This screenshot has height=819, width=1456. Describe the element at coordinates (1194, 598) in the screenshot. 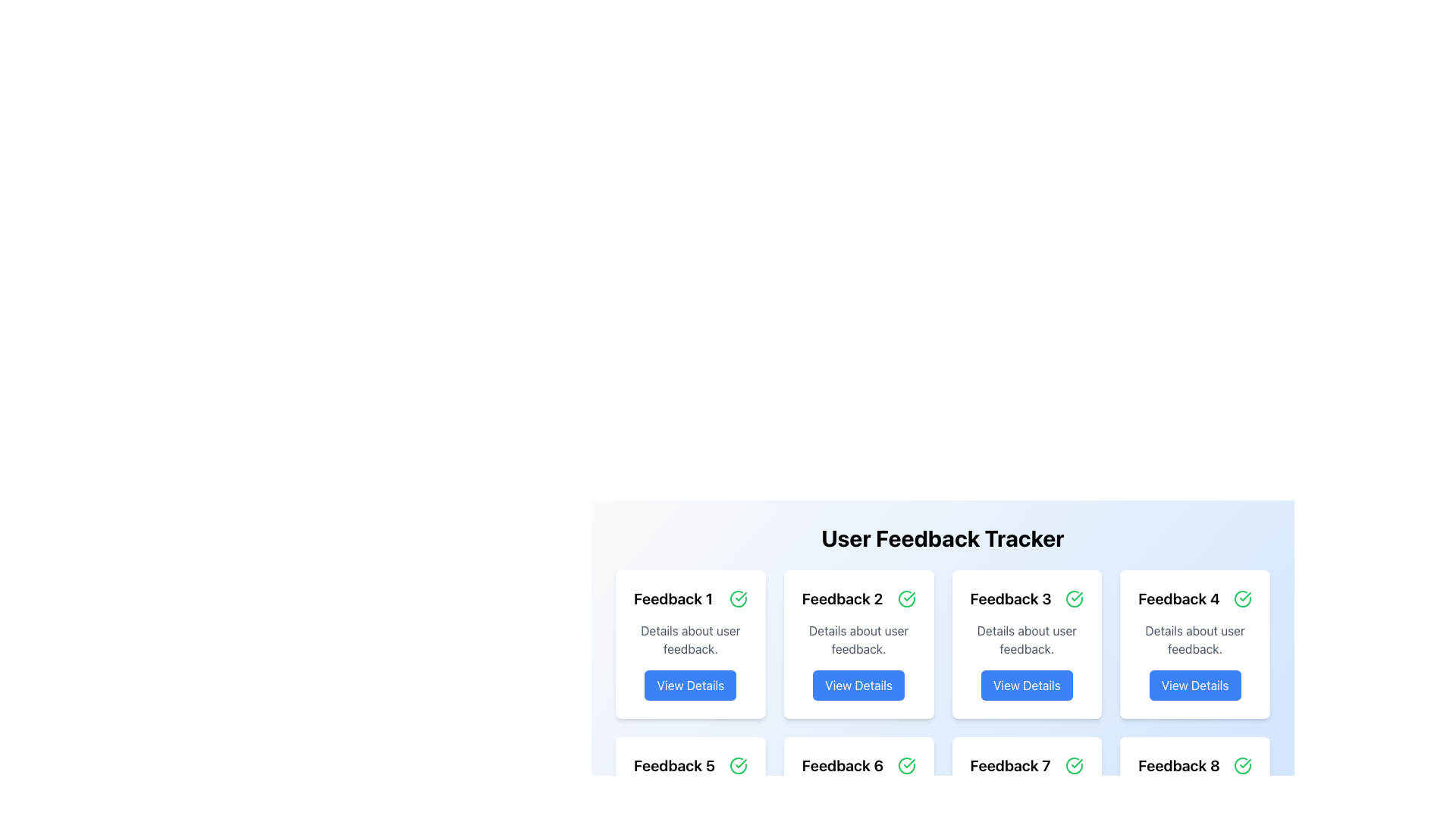

I see `the content of the Label with Icon, which displays bold text 'Feedback 4' next to a green checkmark icon in the top-right corner of a feedback card` at that location.